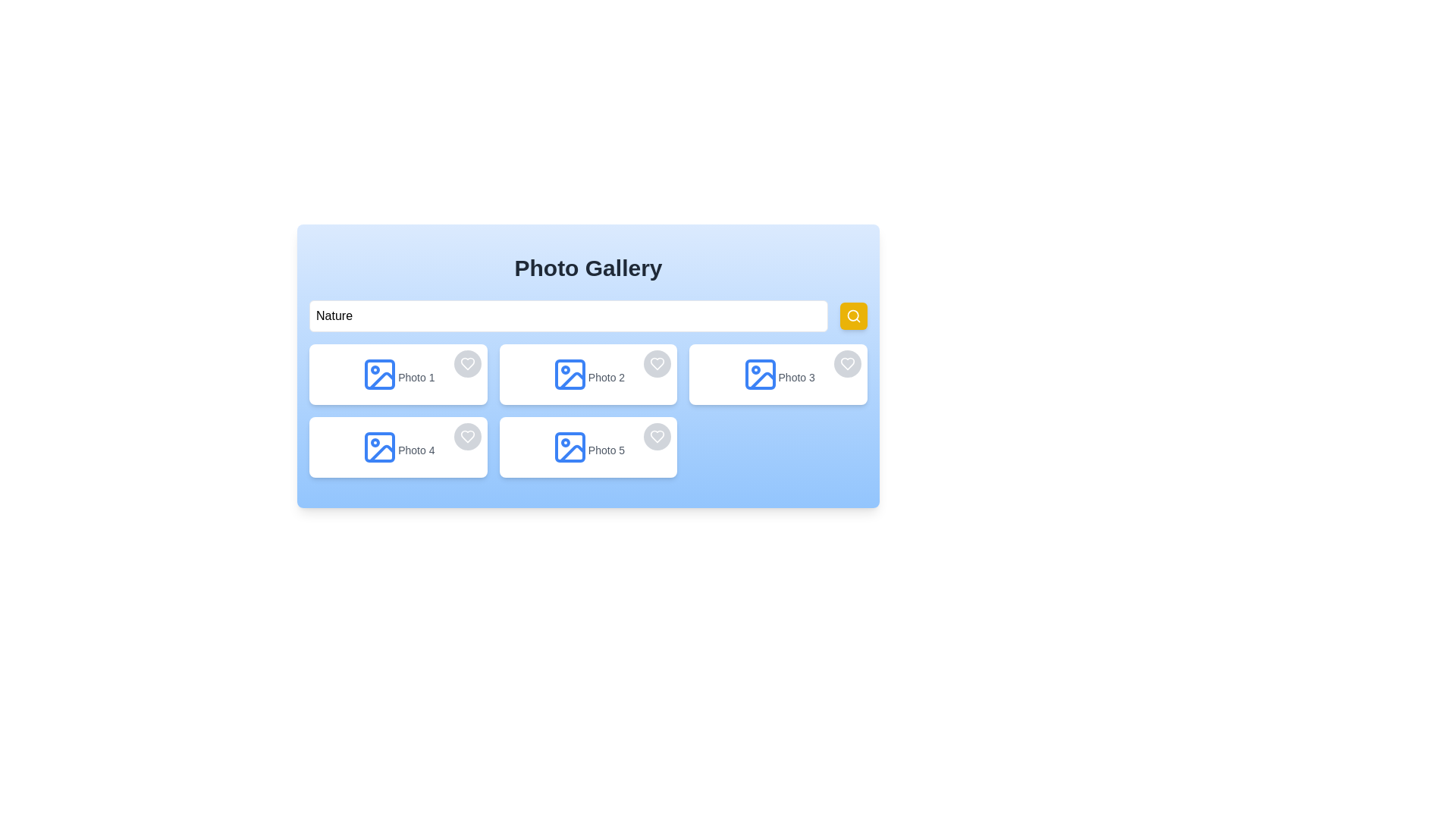  I want to click on the image icon representing 'Photo 1', which is a rounded rectangle with a line drawing of a mountain and a circle filled with blue color, located in the top-left corner of the grid layout, so click(380, 374).